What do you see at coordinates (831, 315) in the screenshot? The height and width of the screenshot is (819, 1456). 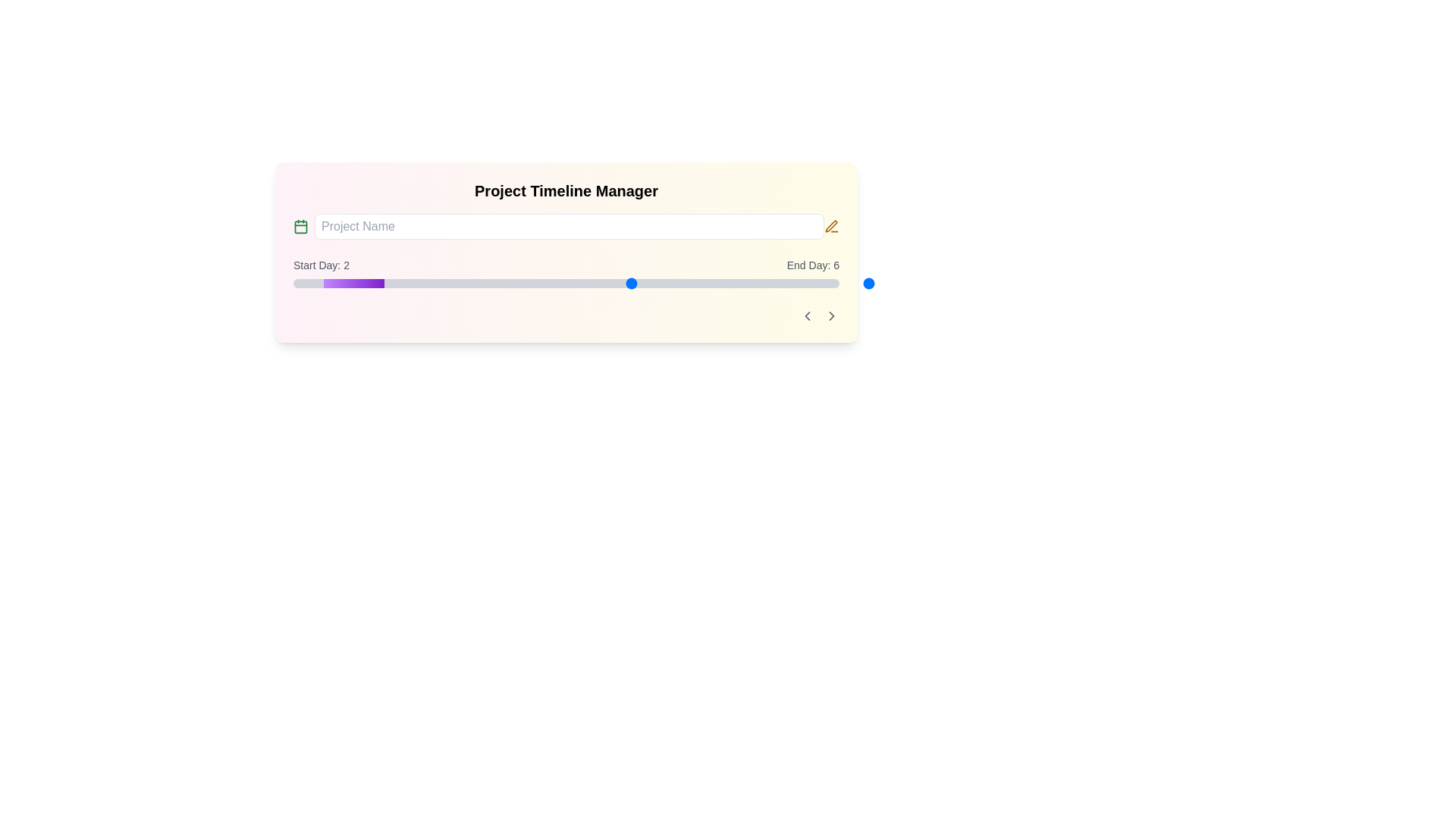 I see `the rightward-pointing chevron button, which is gray and darkens on hover` at bounding box center [831, 315].